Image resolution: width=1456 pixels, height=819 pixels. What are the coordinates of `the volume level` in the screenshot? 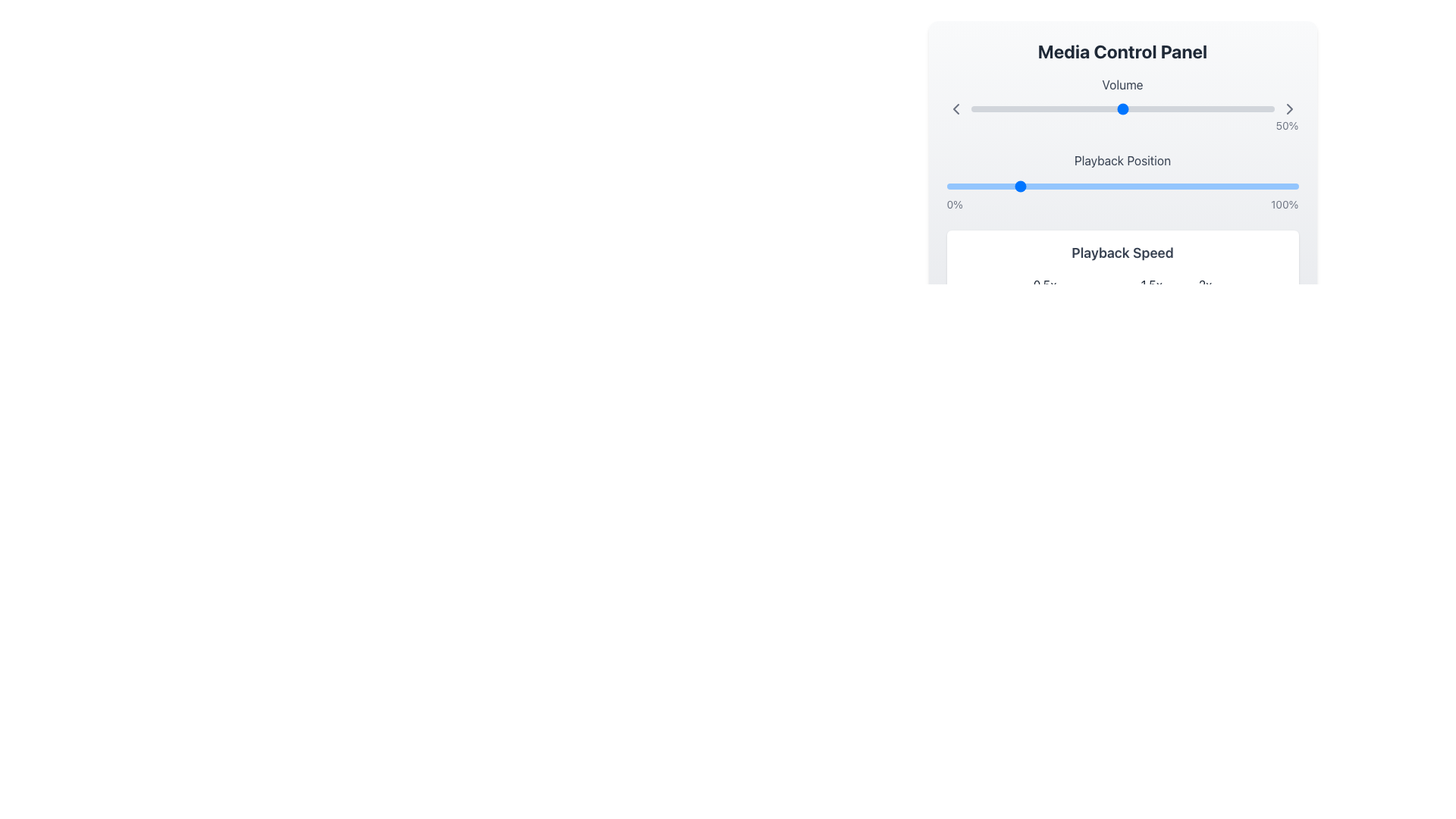 It's located at (1210, 108).